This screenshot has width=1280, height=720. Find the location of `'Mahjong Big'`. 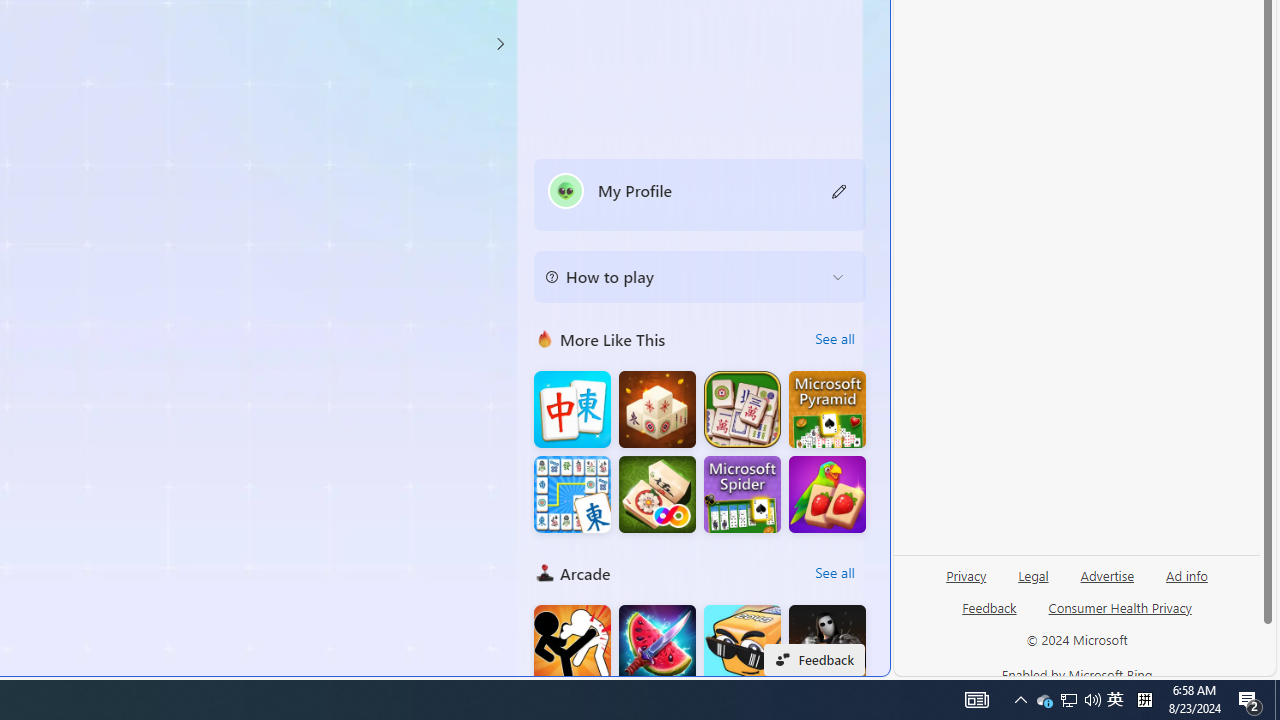

'Mahjong Big' is located at coordinates (571, 408).